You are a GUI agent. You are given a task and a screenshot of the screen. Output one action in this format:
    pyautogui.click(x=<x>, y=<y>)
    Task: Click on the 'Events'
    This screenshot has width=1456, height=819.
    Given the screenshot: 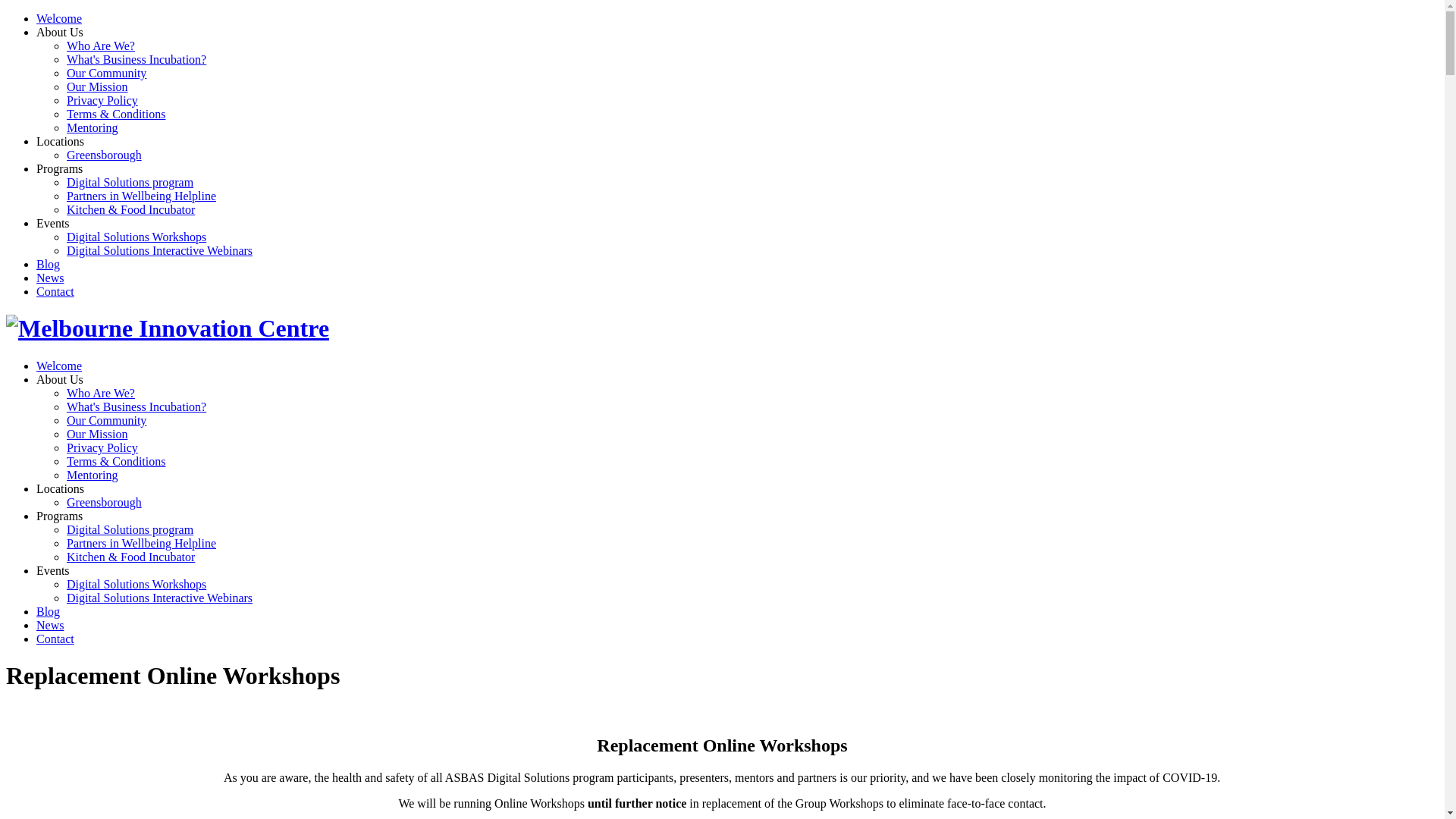 What is the action you would take?
    pyautogui.click(x=53, y=223)
    